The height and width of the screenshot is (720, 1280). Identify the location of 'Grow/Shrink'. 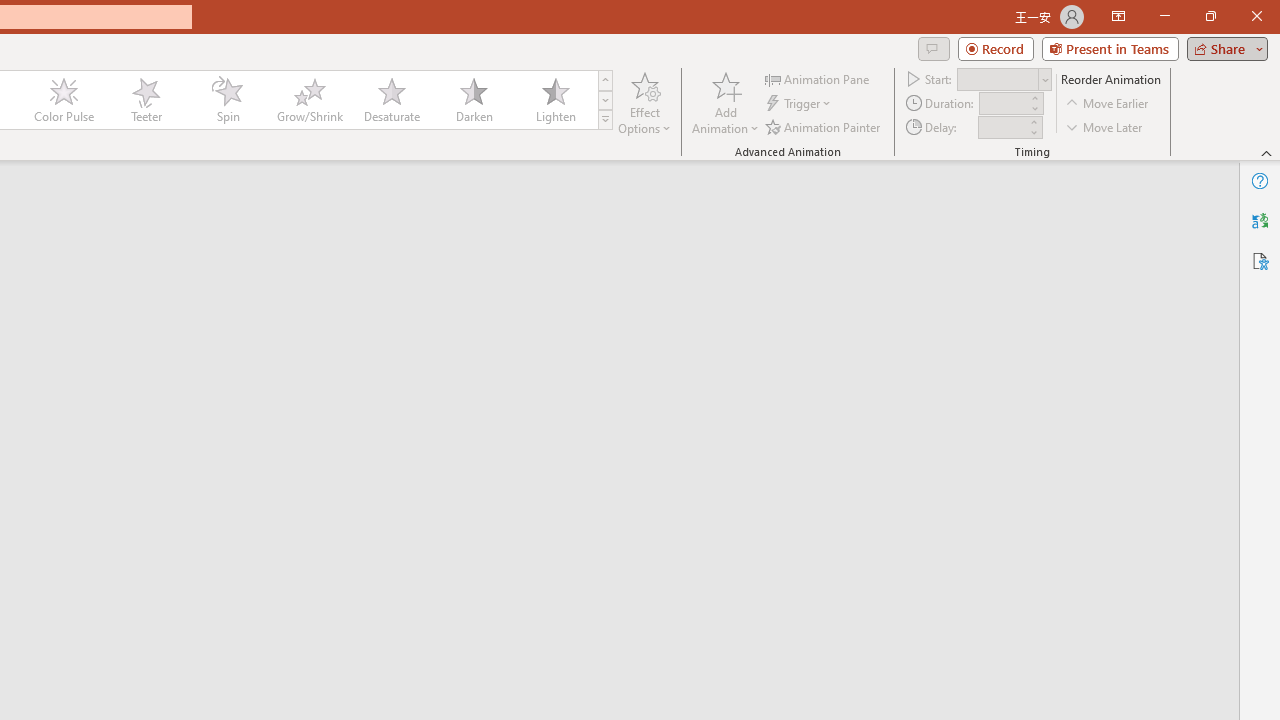
(308, 100).